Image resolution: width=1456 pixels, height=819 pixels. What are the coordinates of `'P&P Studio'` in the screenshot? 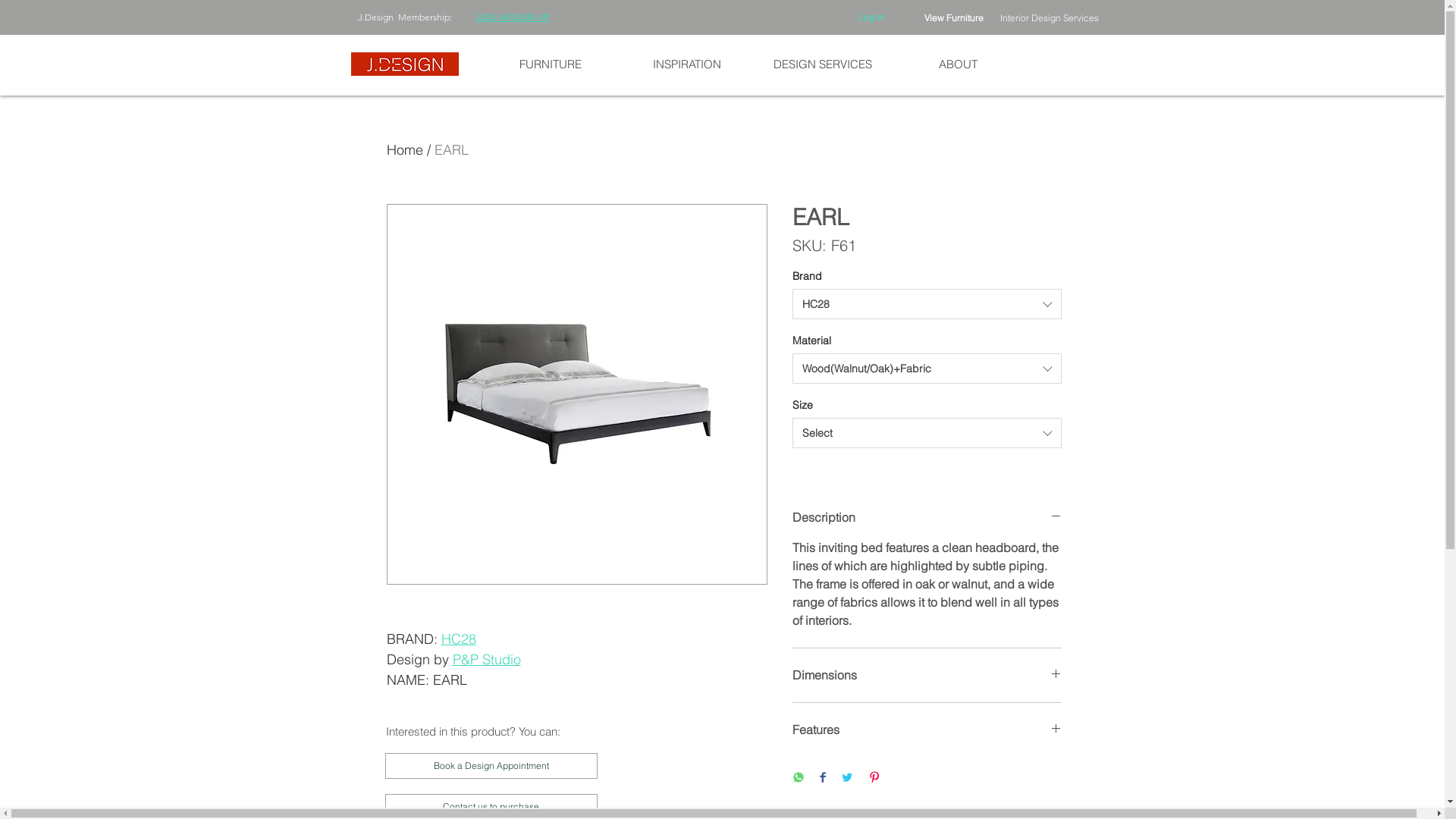 It's located at (486, 658).